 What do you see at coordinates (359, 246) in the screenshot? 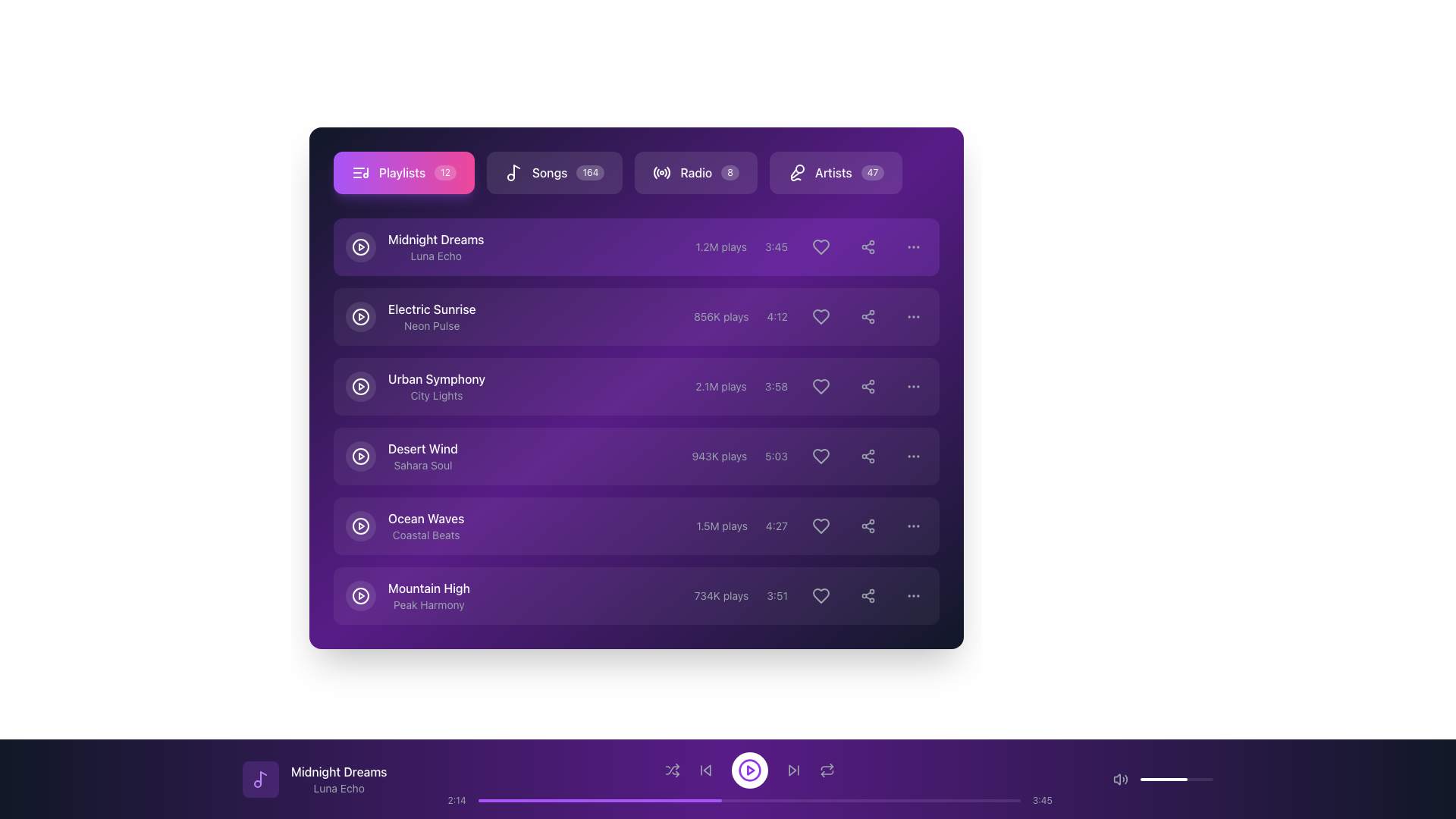
I see `the Circle SVG graphical component that visually styles the play button associated with the 'Midnight Dreams' list item` at bounding box center [359, 246].